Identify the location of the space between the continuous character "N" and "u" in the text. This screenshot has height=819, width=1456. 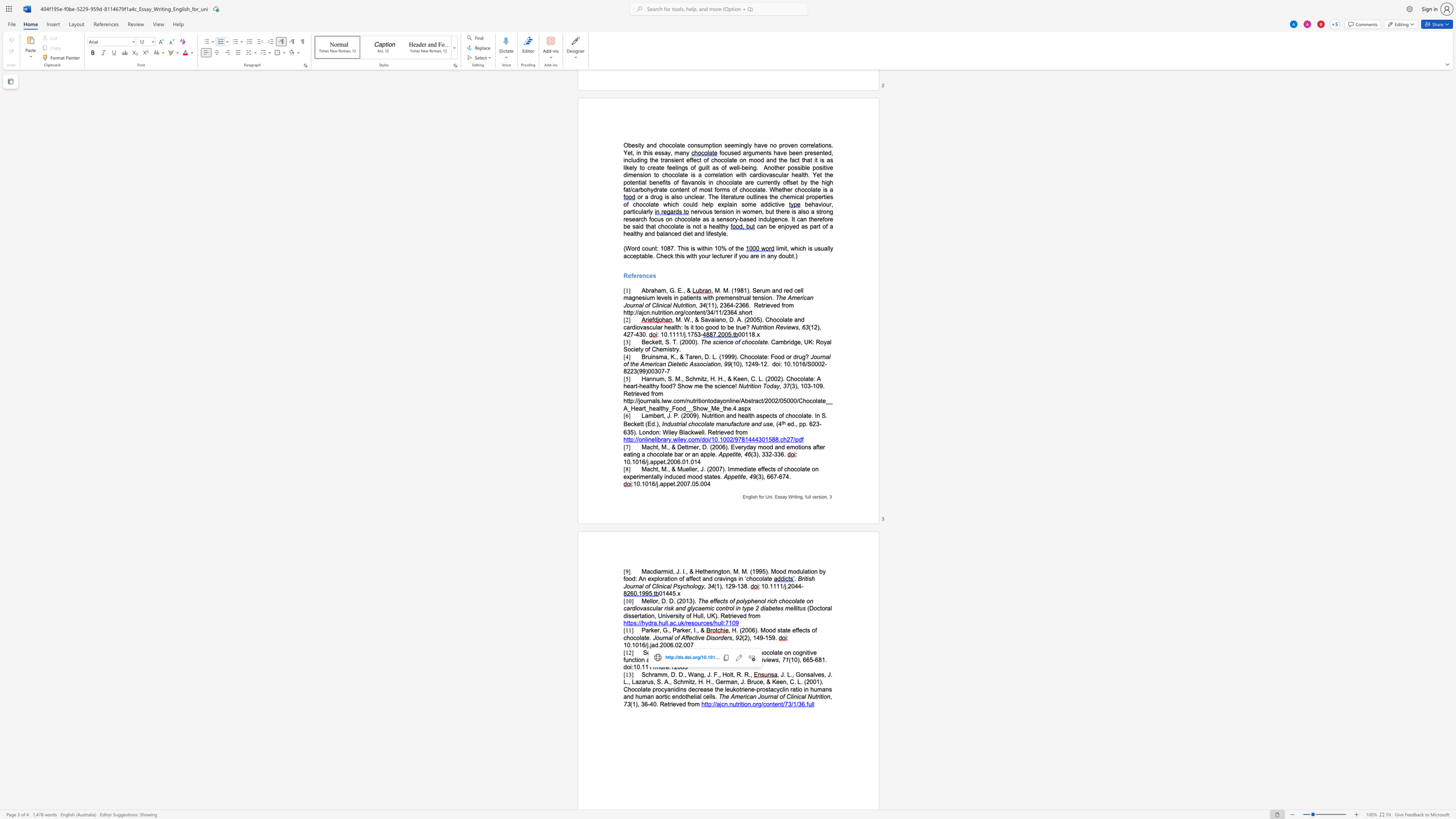
(738, 660).